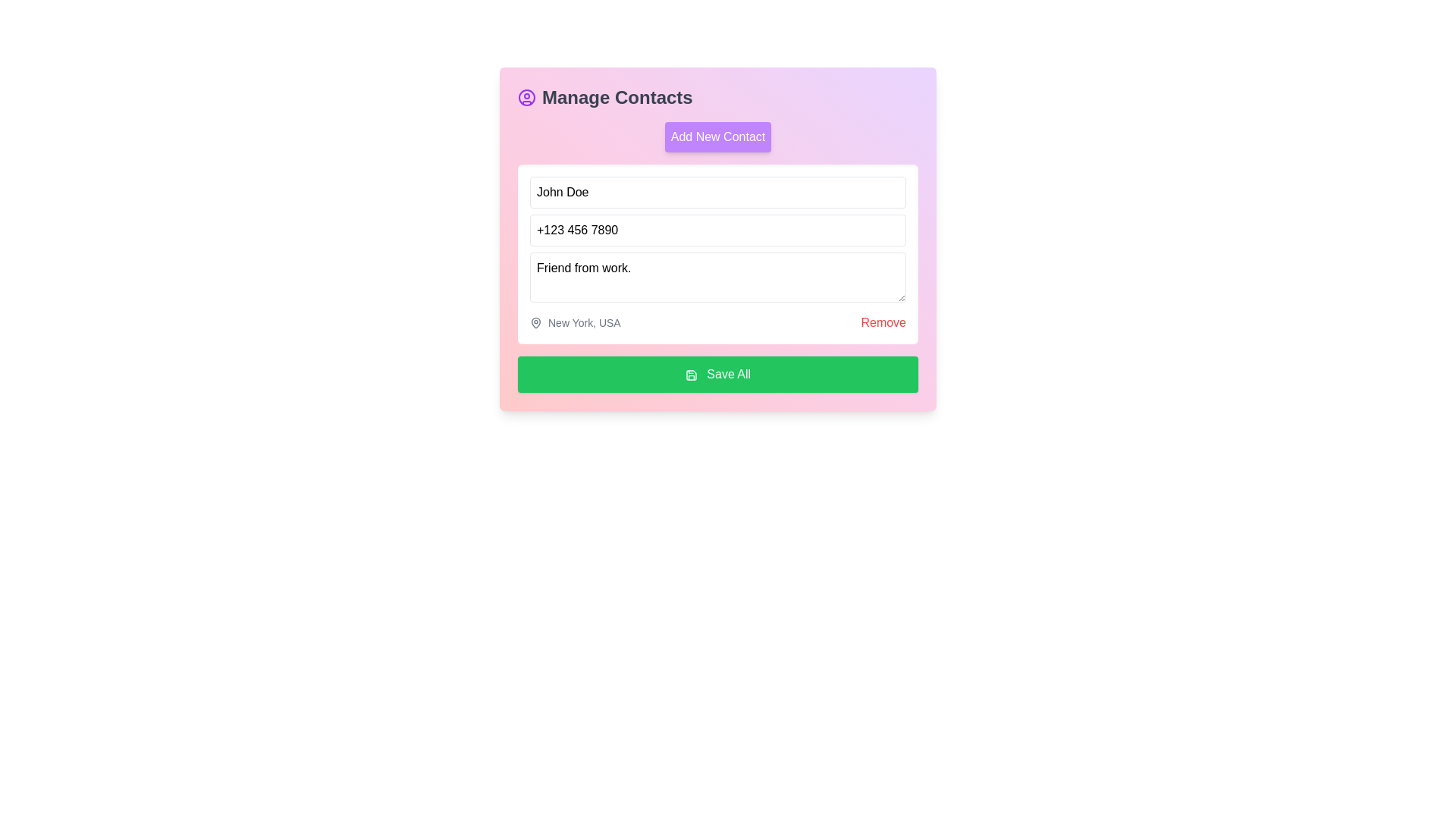 The width and height of the screenshot is (1456, 819). I want to click on the third input field in the 'Manage Contacts' section, so click(717, 278).